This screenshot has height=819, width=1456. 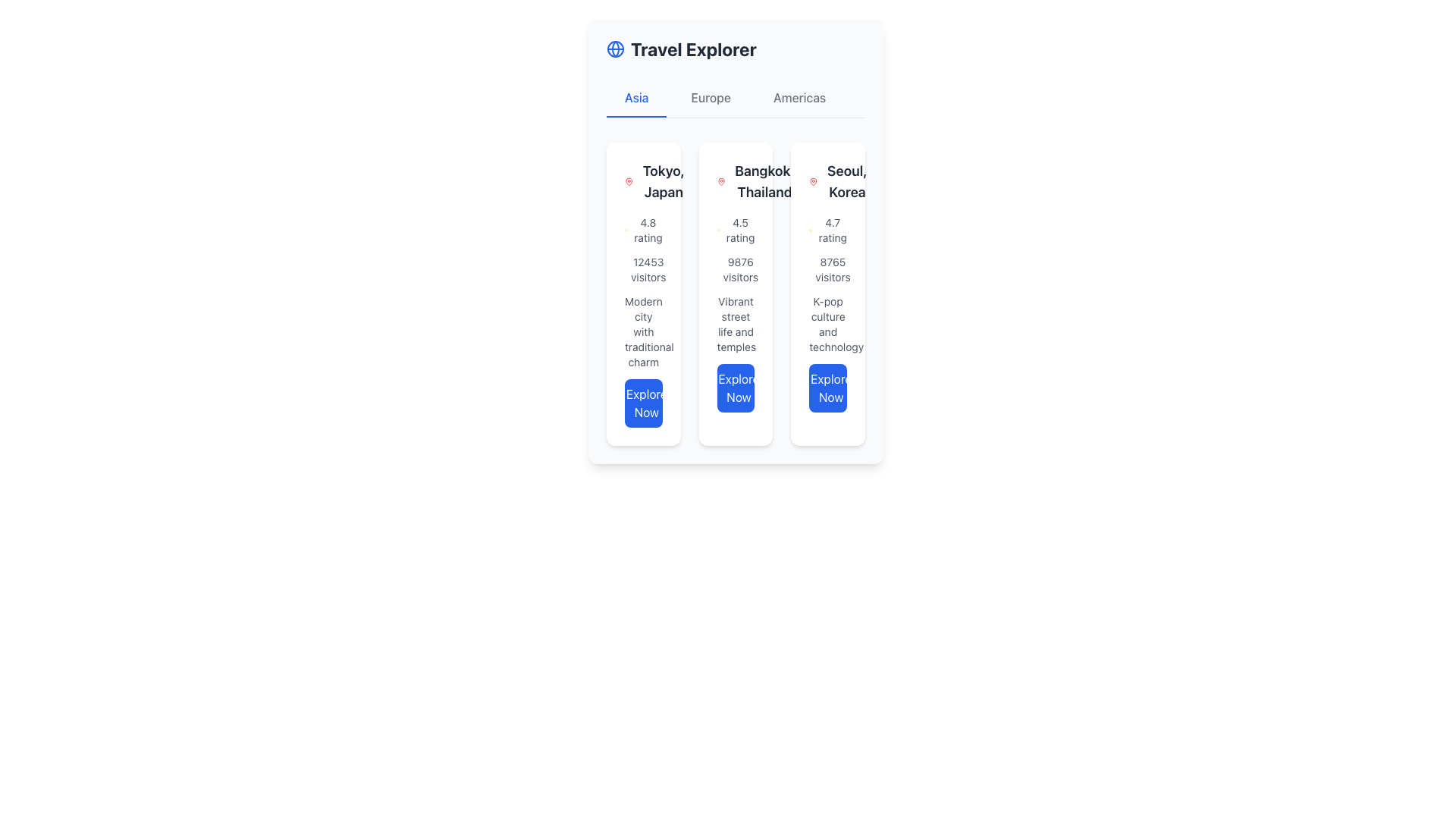 What do you see at coordinates (846, 180) in the screenshot?
I see `text label displaying the location name 'Seoul, Korea' on the third card in the 'Asia' tab of the 'Travel Explorer' section, positioned below the red location marker icon` at bounding box center [846, 180].